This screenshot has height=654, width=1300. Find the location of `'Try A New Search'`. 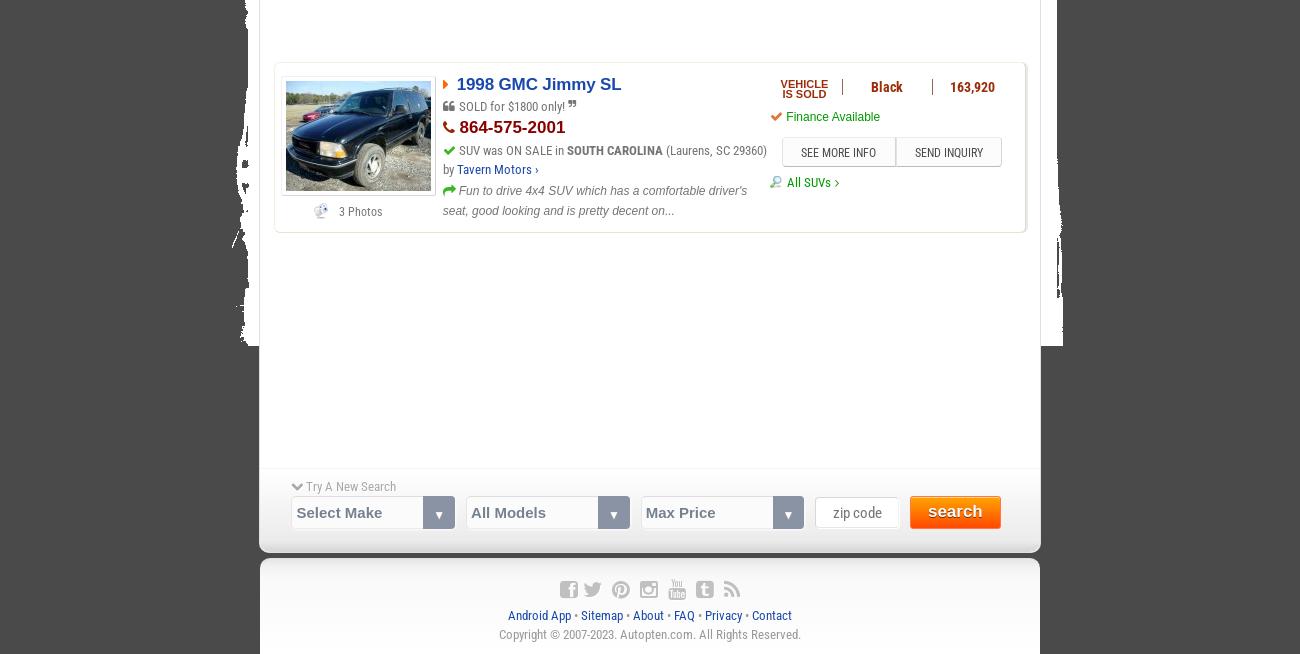

'Try A New Search' is located at coordinates (348, 484).